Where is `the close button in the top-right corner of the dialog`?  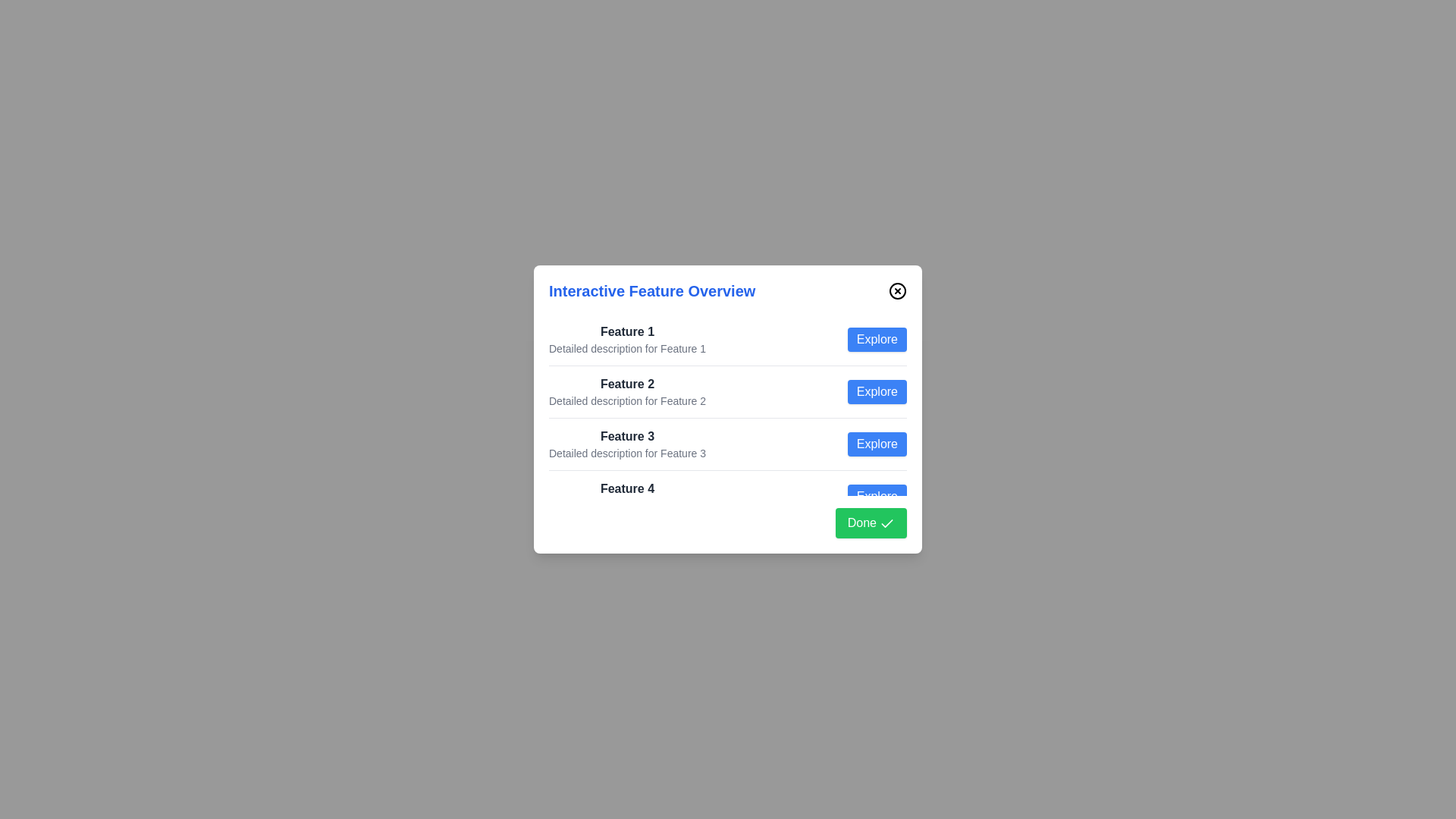 the close button in the top-right corner of the dialog is located at coordinates (898, 291).